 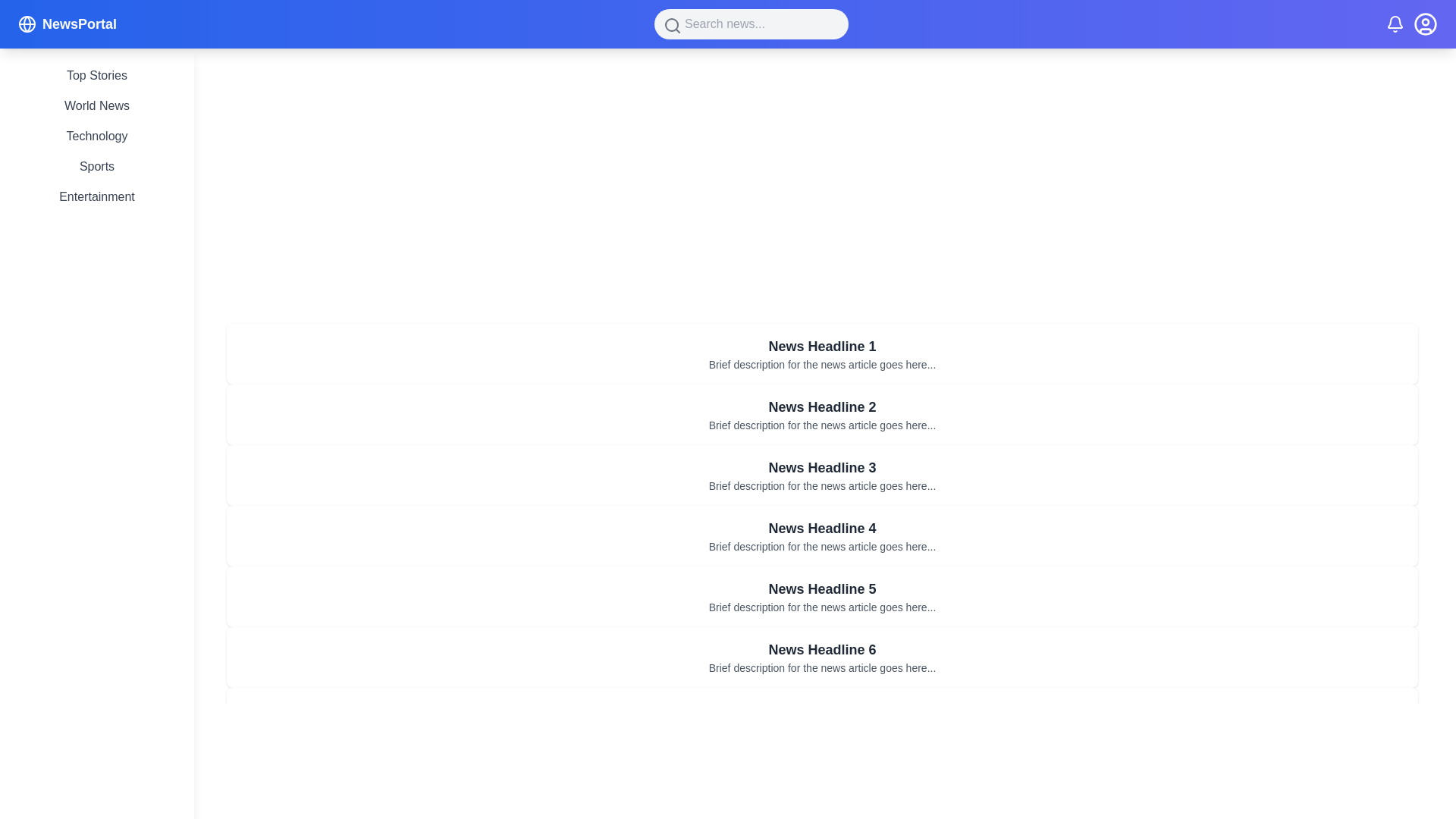 I want to click on the headline text label of the fifth news card, which is positioned at the center horizontally and above a smaller descriptive text, so click(x=821, y=588).